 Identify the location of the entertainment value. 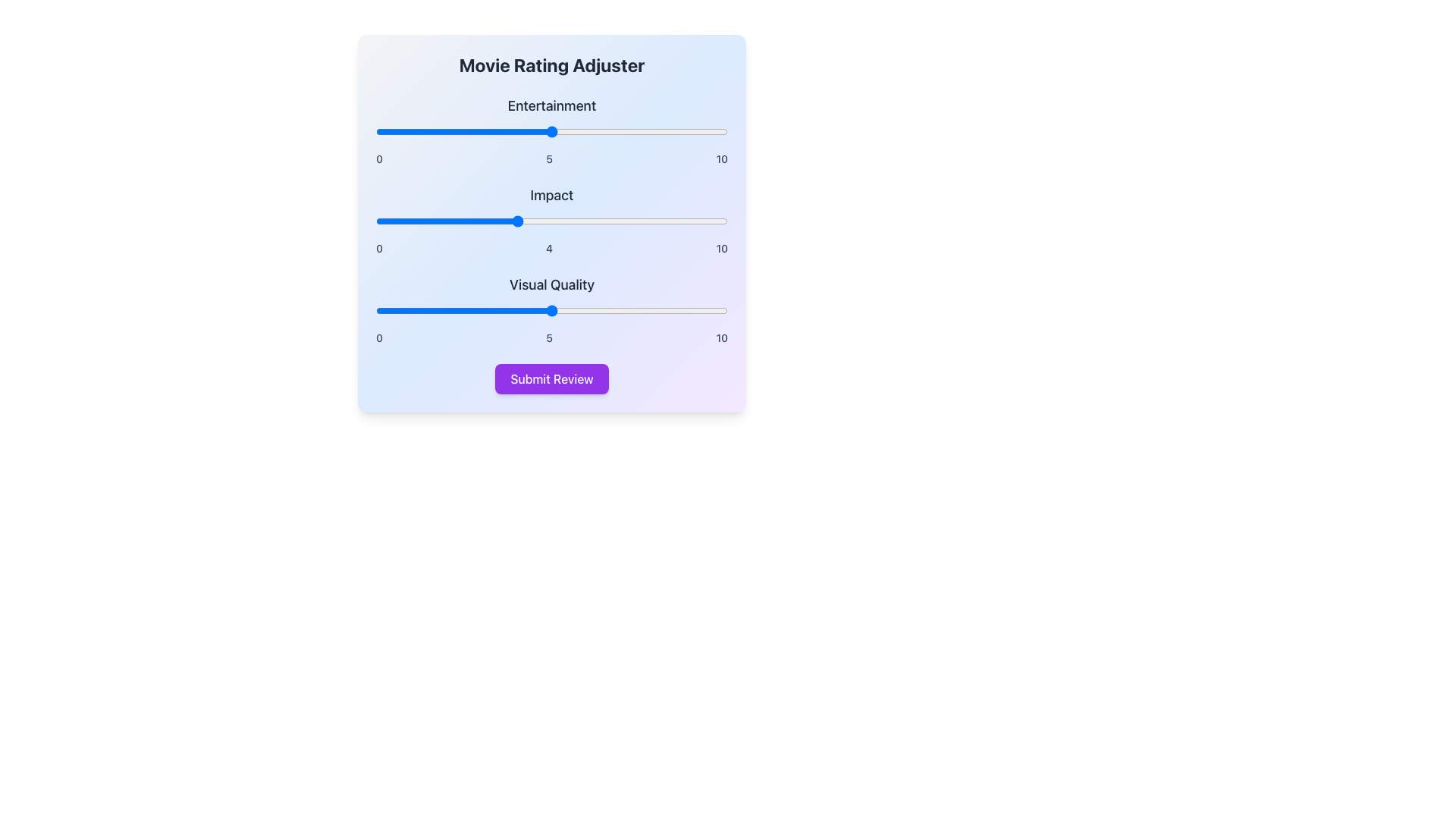
(657, 130).